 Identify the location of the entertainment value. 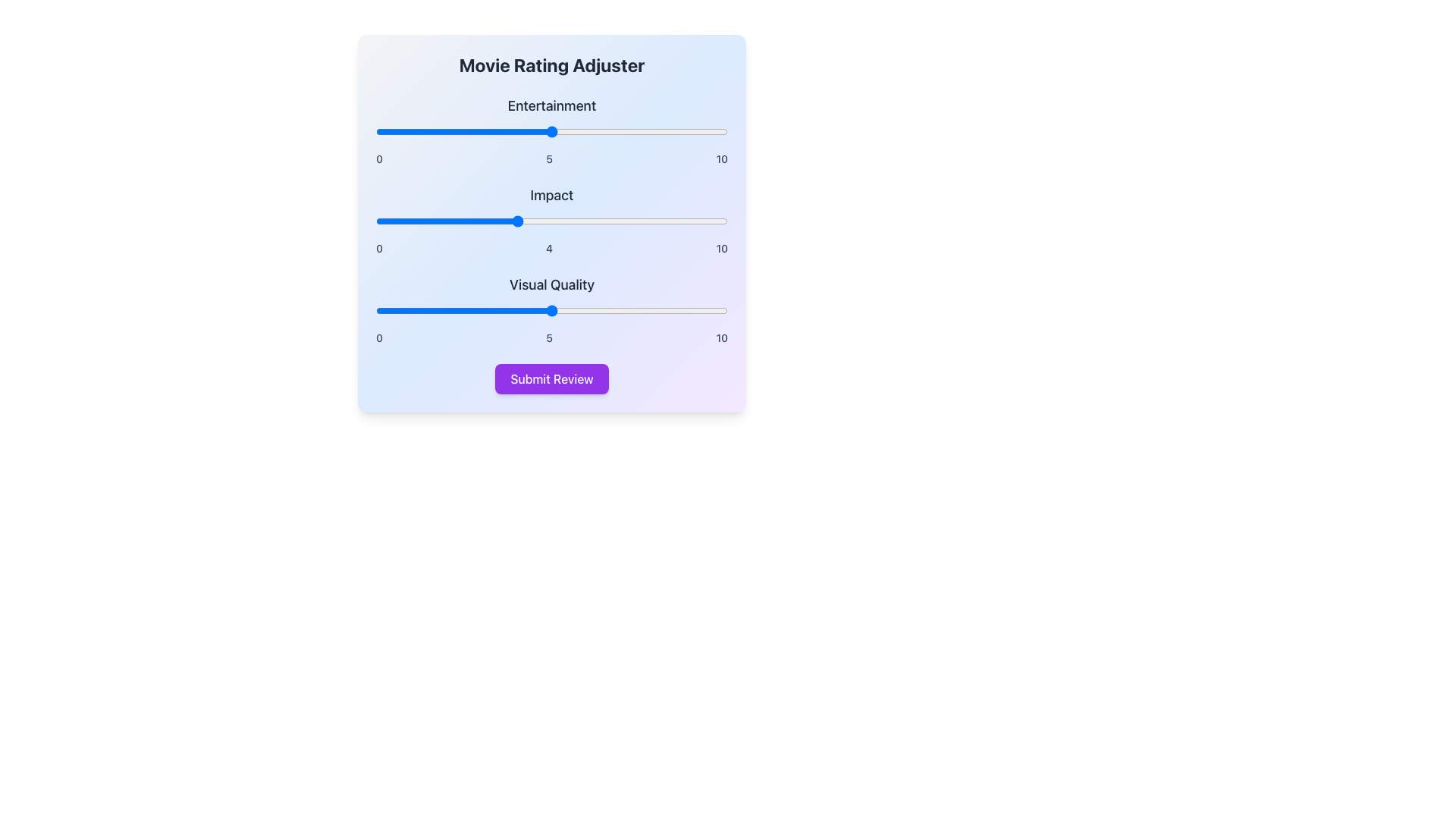
(657, 130).